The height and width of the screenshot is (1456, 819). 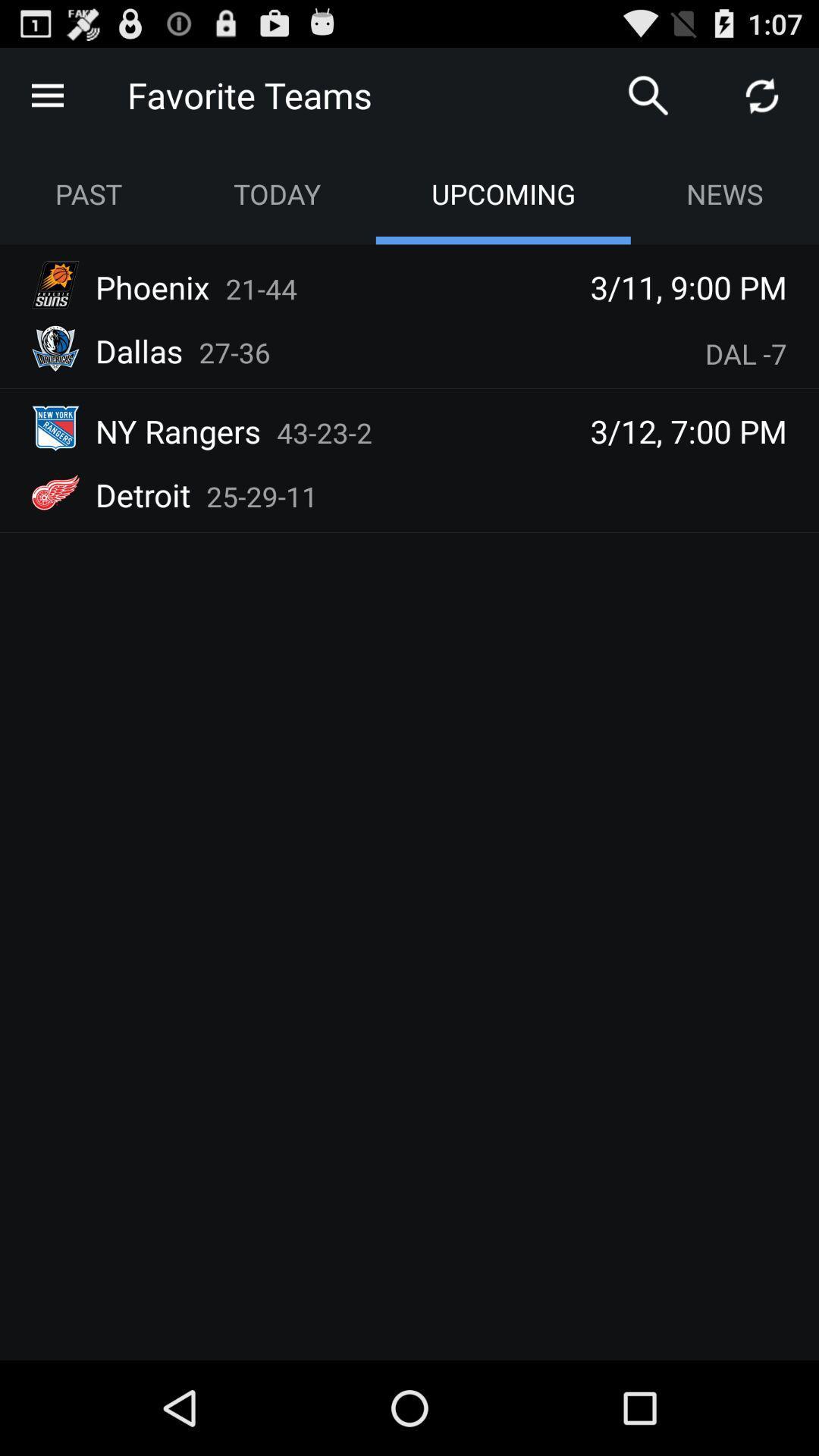 I want to click on the app next to 43-23-2 item, so click(x=177, y=430).